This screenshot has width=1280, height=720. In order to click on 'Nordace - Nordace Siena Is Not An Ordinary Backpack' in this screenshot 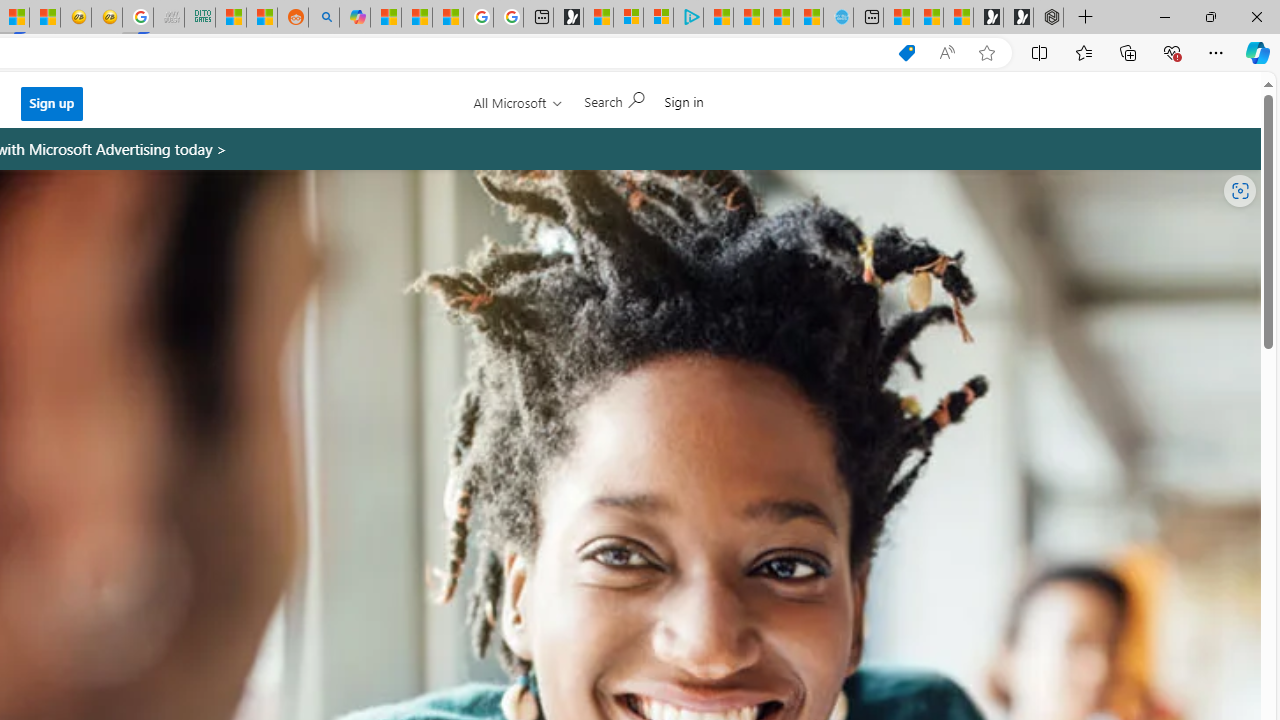, I will do `click(1047, 17)`.